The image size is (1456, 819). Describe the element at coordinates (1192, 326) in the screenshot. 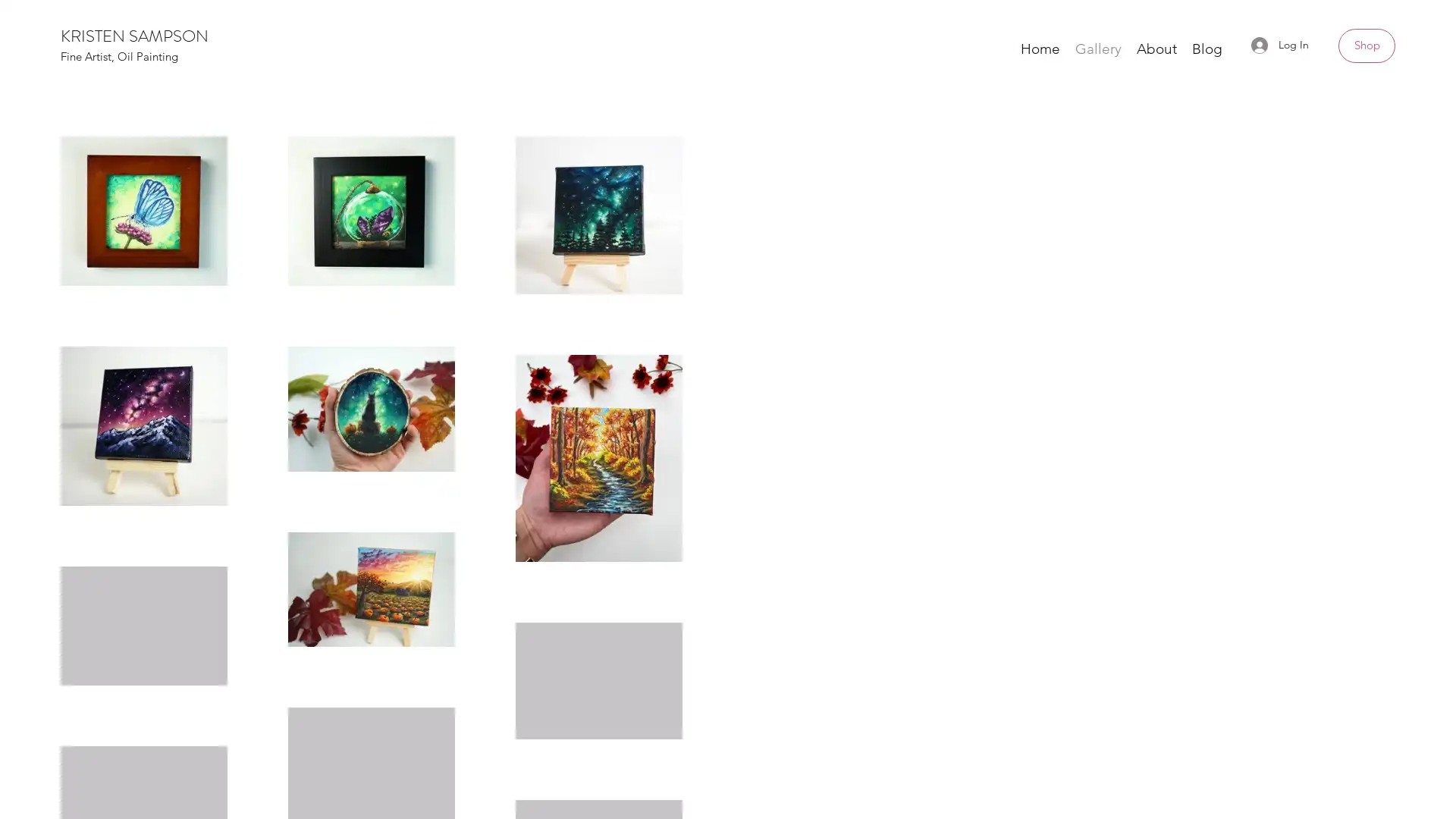

I see `Night Sky 4x4in - 2020 (Sold)` at that location.